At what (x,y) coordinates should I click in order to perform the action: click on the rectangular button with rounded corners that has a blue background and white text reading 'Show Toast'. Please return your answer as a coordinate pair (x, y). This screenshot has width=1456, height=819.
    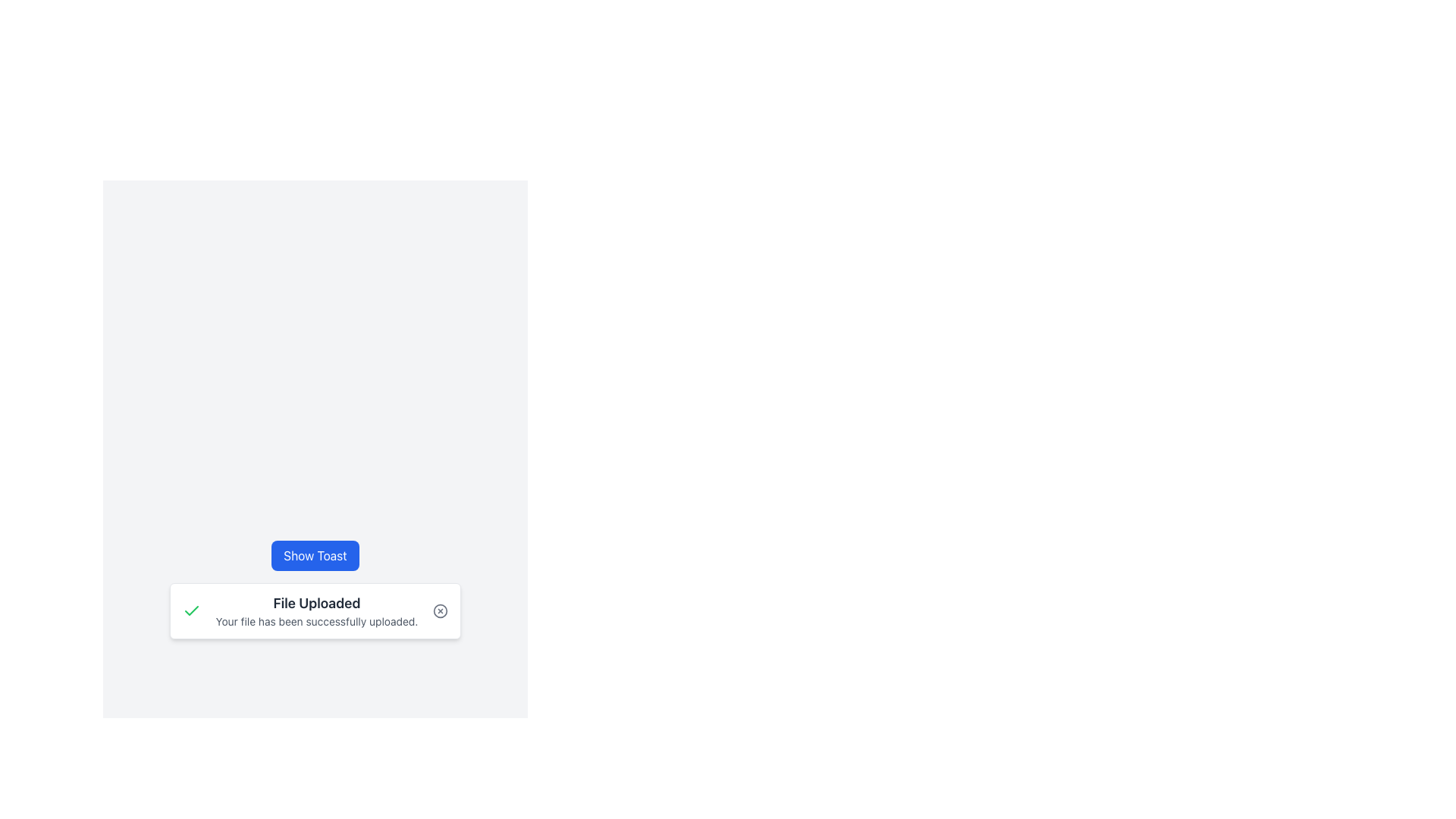
    Looking at the image, I should click on (315, 555).